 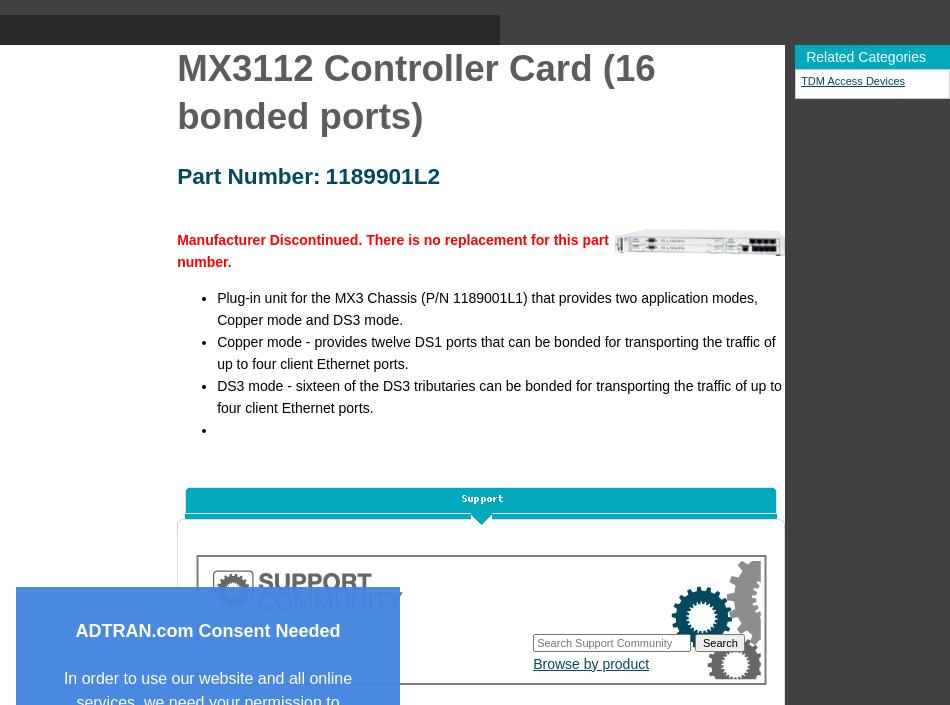 What do you see at coordinates (590, 662) in the screenshot?
I see `'Browse by product'` at bounding box center [590, 662].